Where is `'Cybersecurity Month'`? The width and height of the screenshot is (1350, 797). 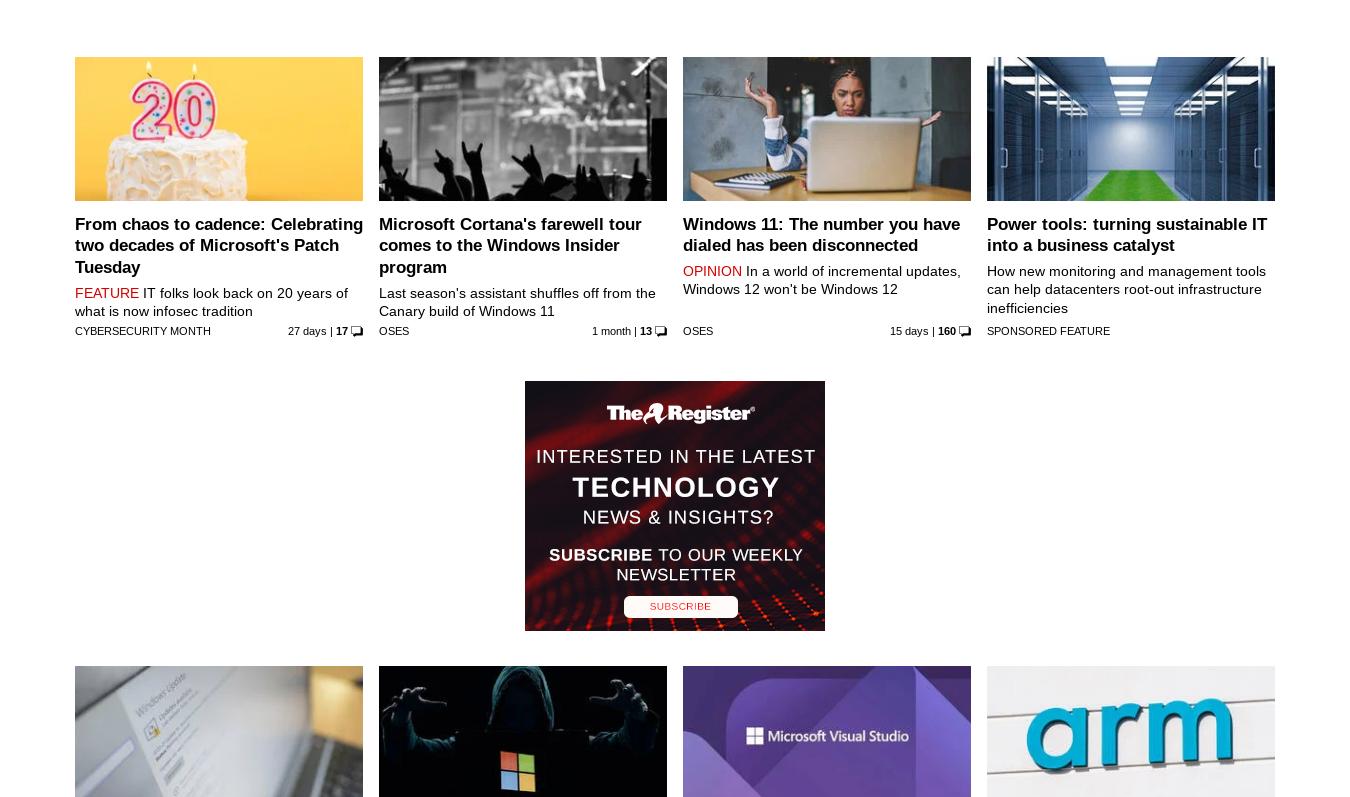
'Cybersecurity Month' is located at coordinates (142, 329).